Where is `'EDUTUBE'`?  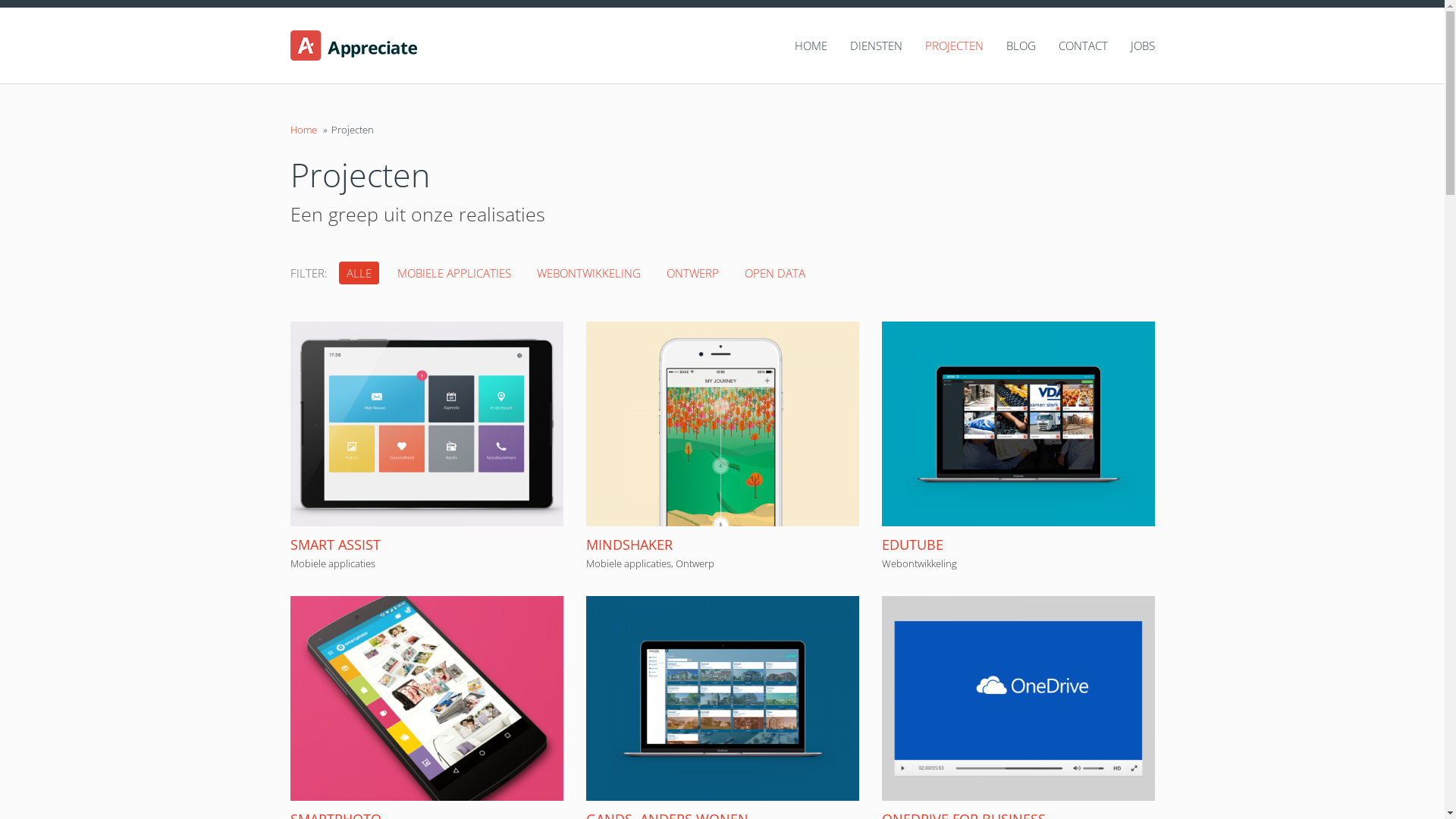 'EDUTUBE' is located at coordinates (911, 543).